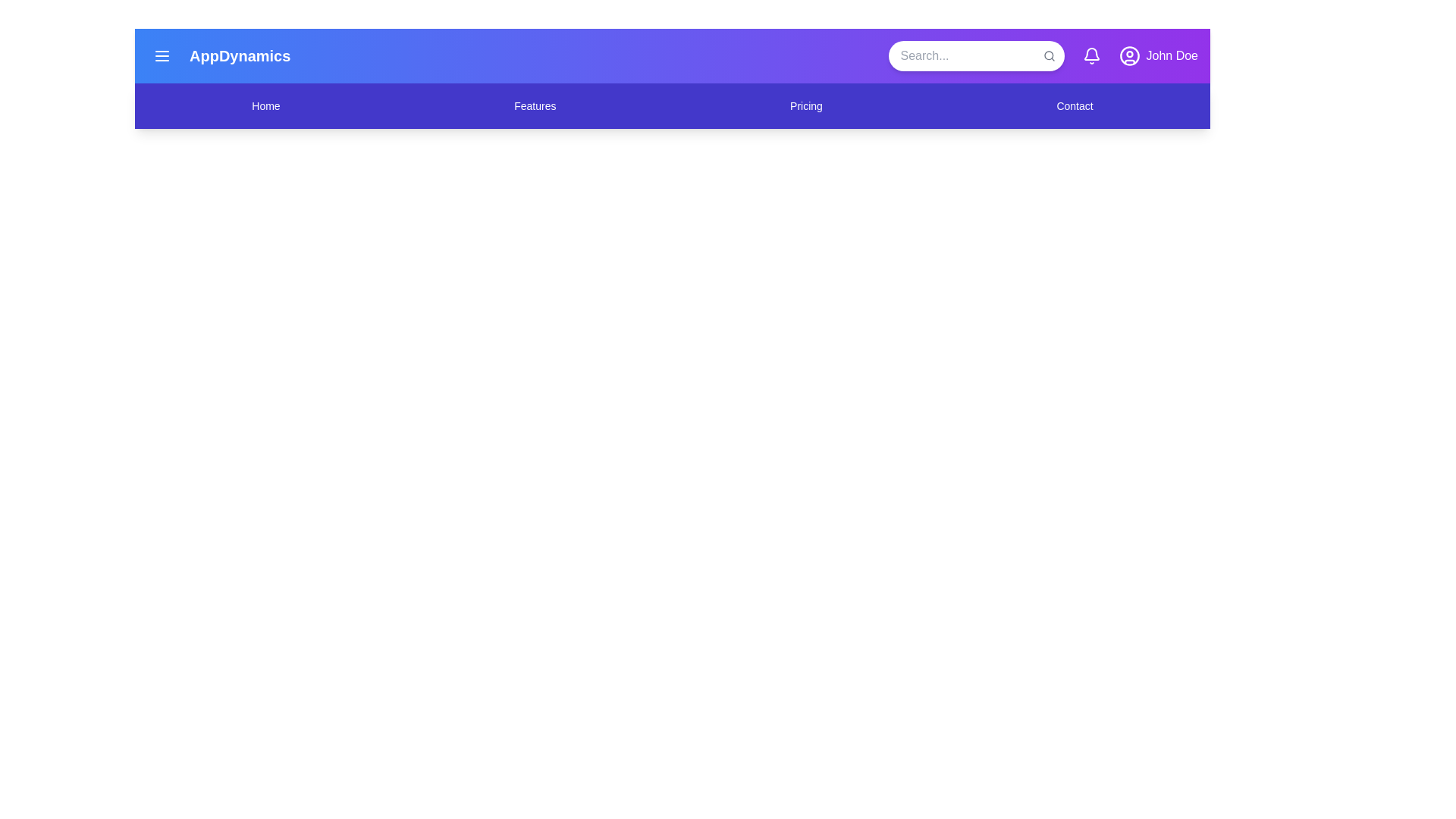  I want to click on the navigation link labeled Home, so click(265, 105).